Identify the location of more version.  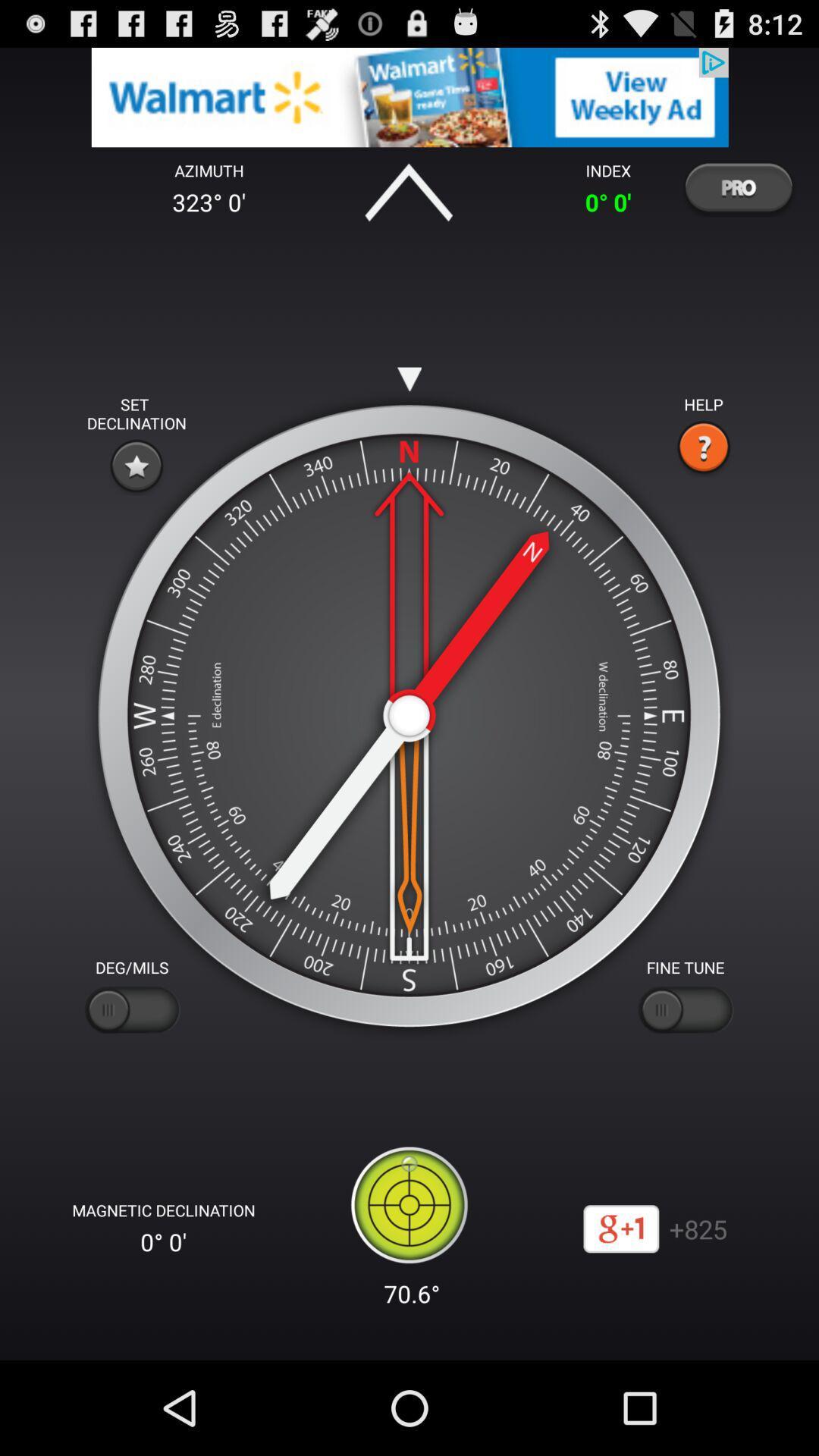
(737, 187).